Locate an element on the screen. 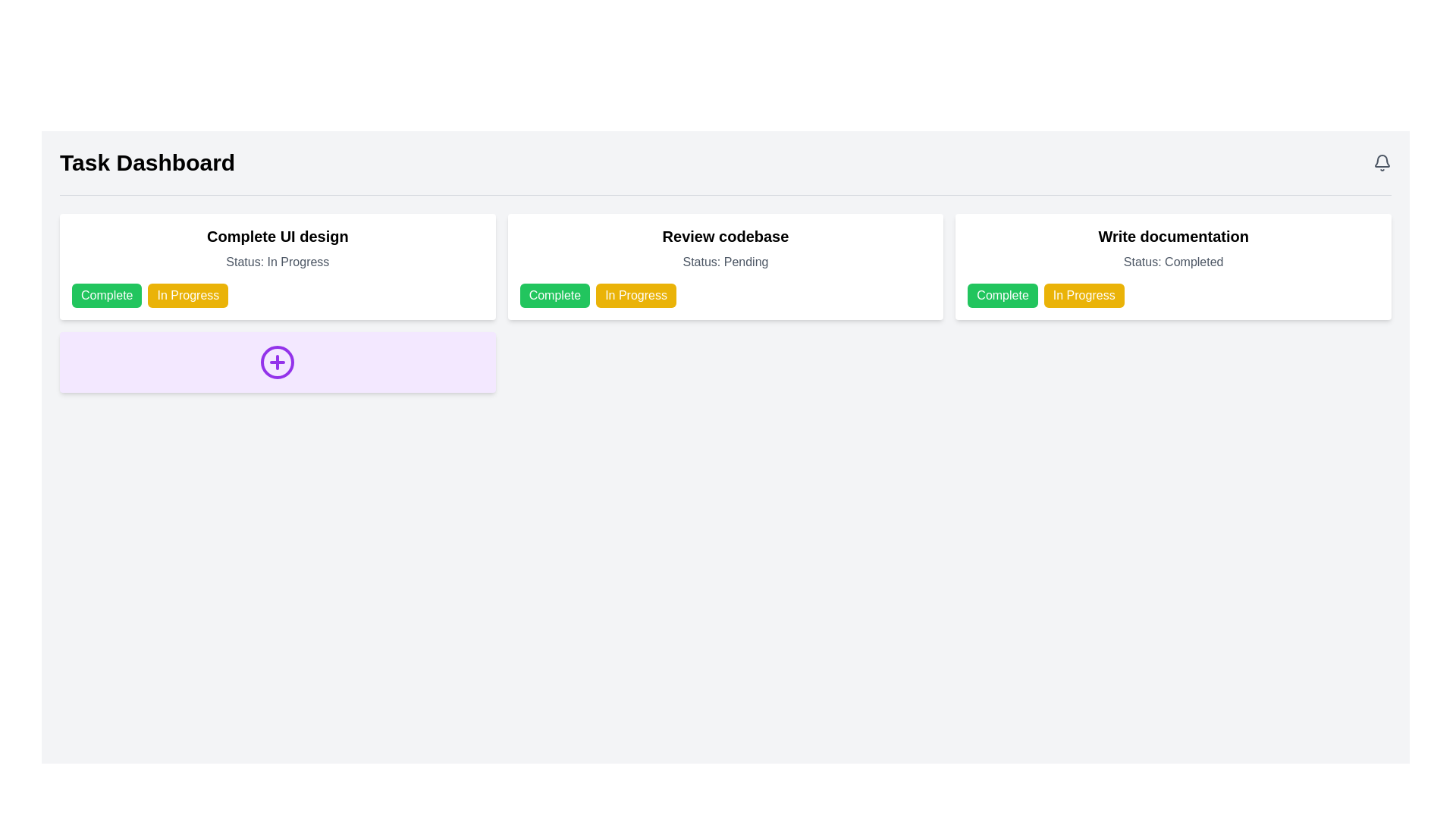 The height and width of the screenshot is (819, 1456). the text label that serves as the title for the first card, located at the upper central part of the card is located at coordinates (278, 237).